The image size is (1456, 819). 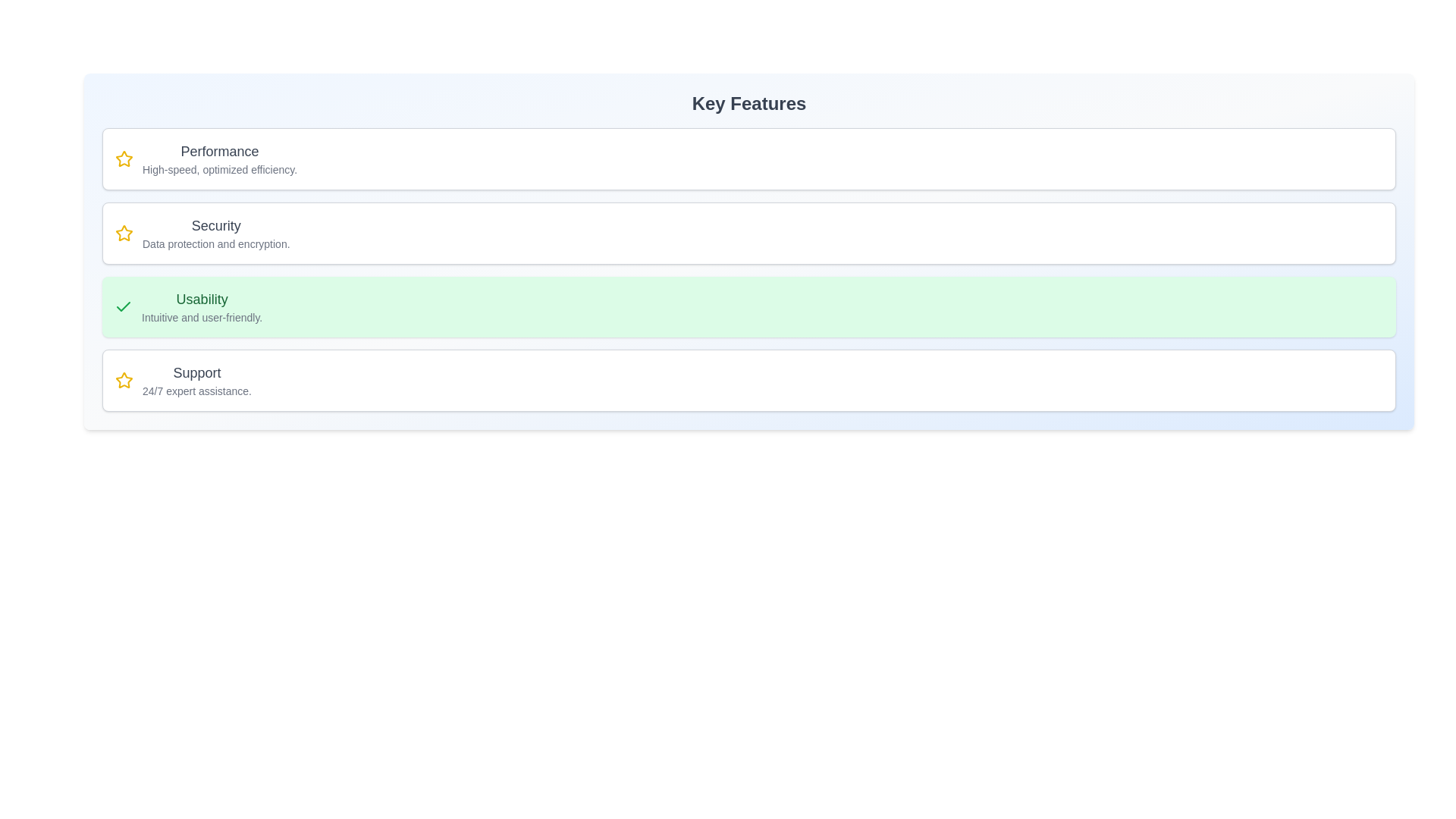 What do you see at coordinates (749, 158) in the screenshot?
I see `the card with Performance to observe visual changes` at bounding box center [749, 158].